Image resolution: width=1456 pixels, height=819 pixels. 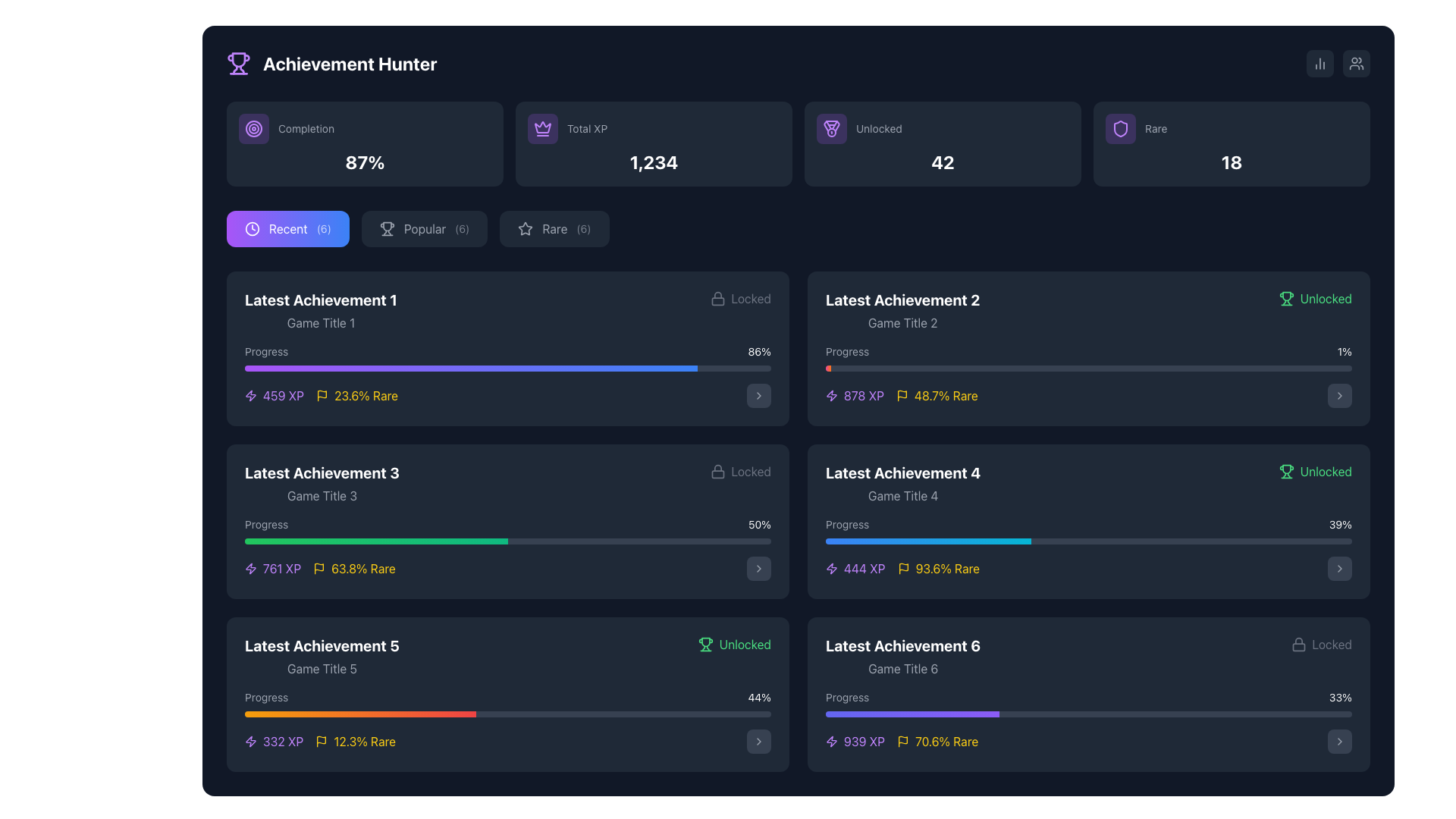 What do you see at coordinates (740, 298) in the screenshot?
I see `the label with an icon indicating that the associated achievement is not yet unlocked or accessible, located in the top-right corner of the 'Latest Achievement 1' section` at bounding box center [740, 298].